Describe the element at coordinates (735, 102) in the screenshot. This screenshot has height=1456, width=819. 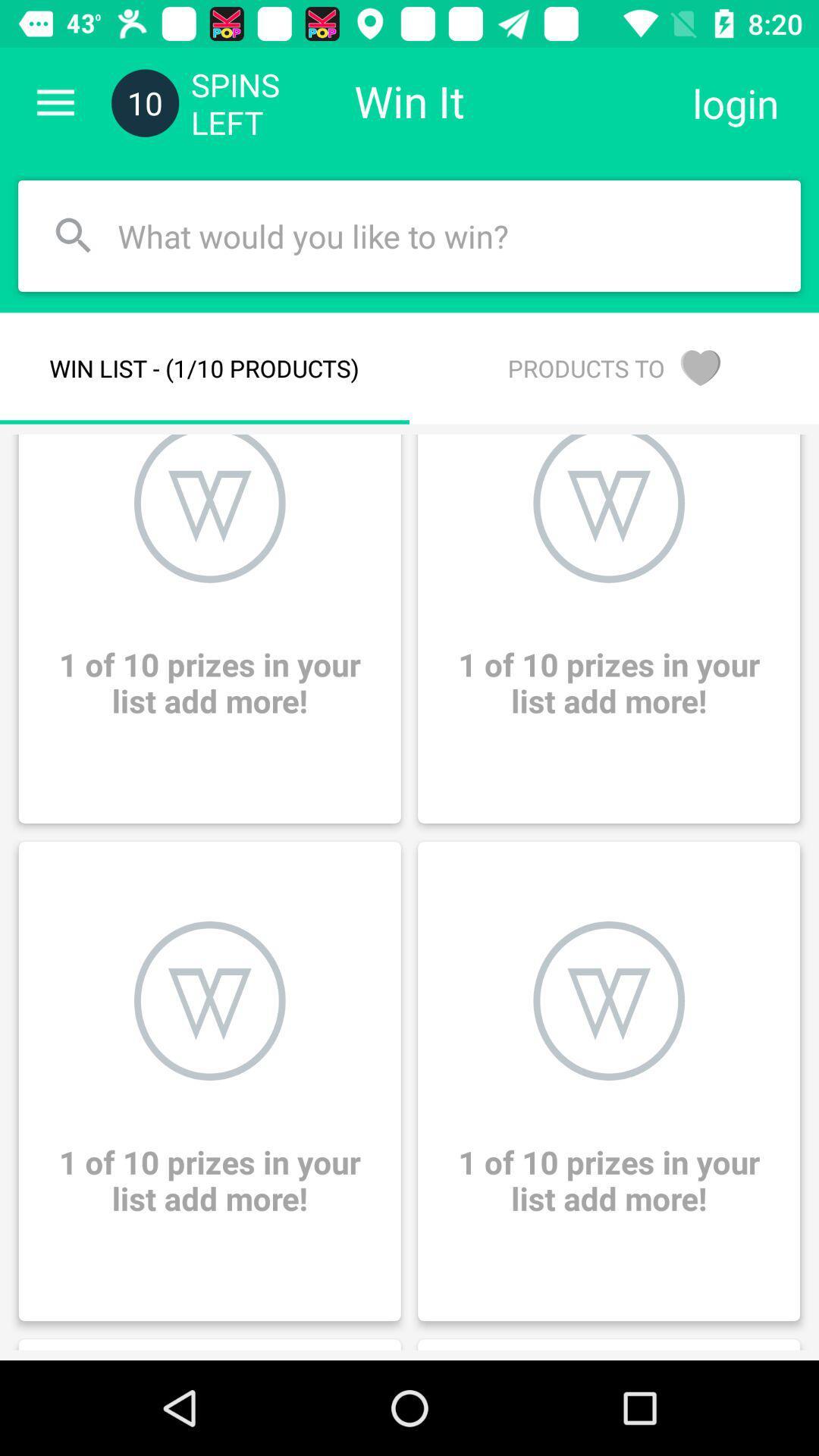
I see `the login` at that location.